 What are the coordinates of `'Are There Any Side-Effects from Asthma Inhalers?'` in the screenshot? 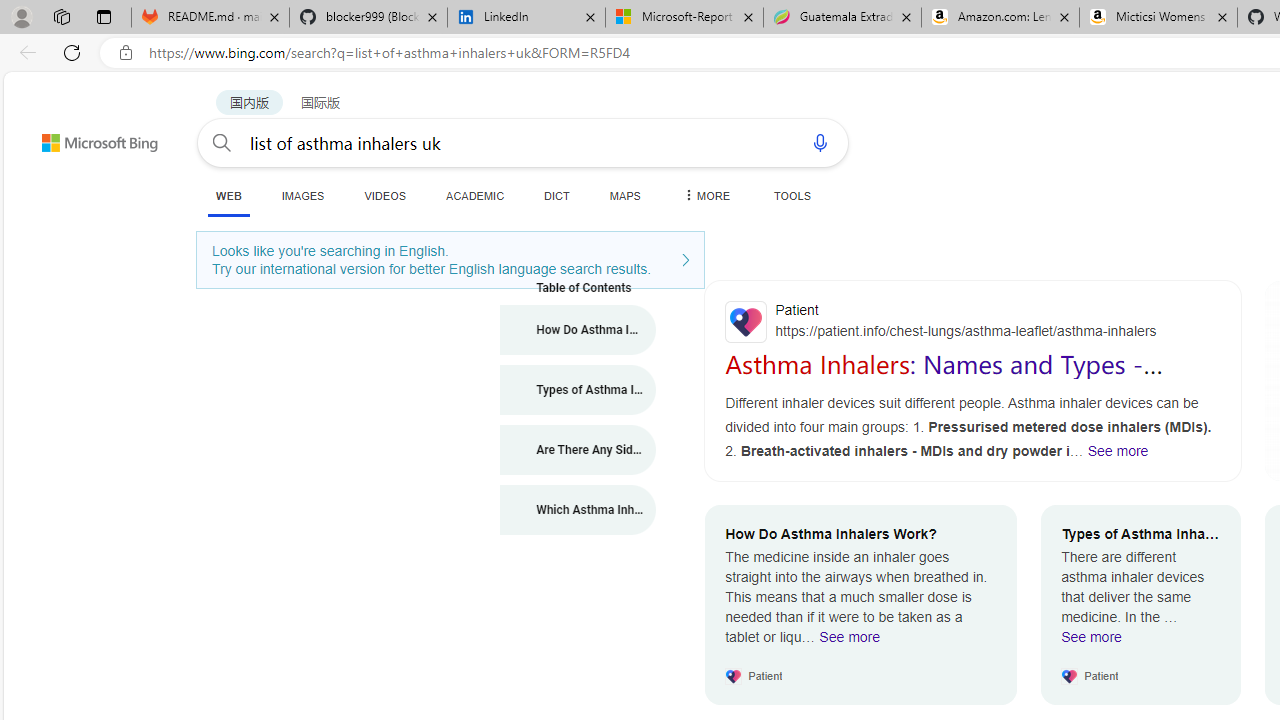 It's located at (577, 450).